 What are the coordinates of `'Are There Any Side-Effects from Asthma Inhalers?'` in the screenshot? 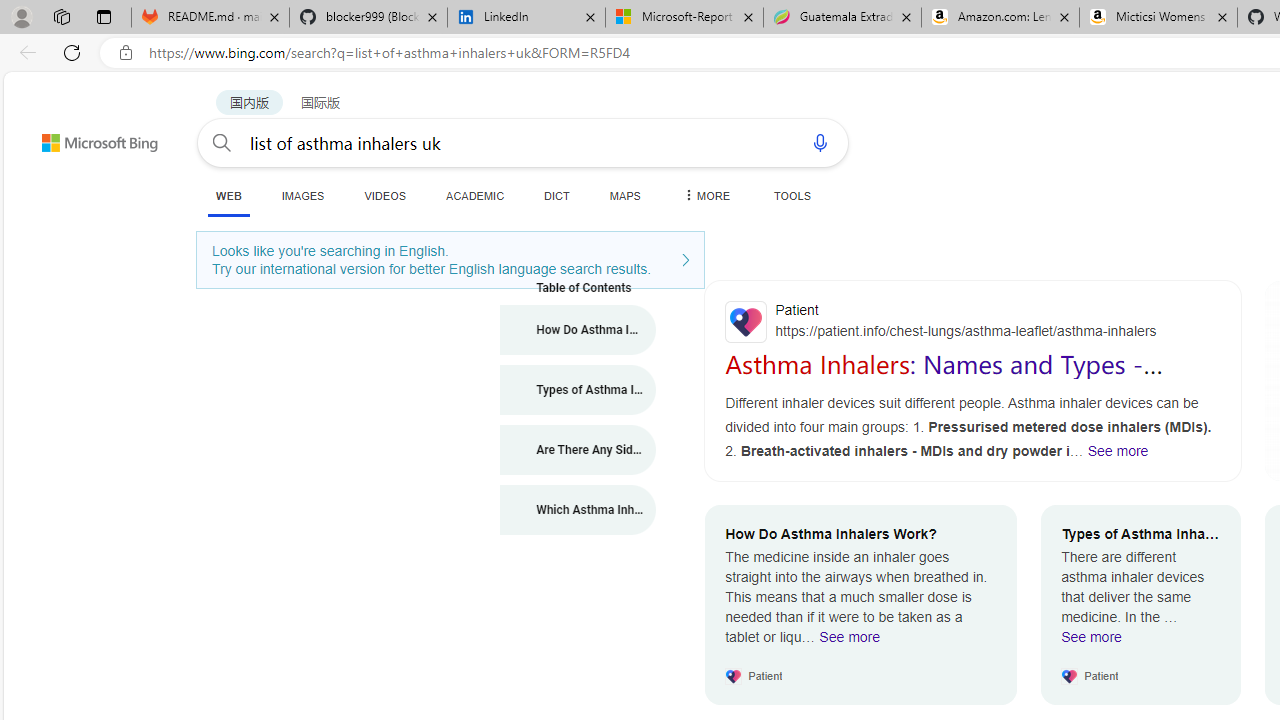 It's located at (577, 450).